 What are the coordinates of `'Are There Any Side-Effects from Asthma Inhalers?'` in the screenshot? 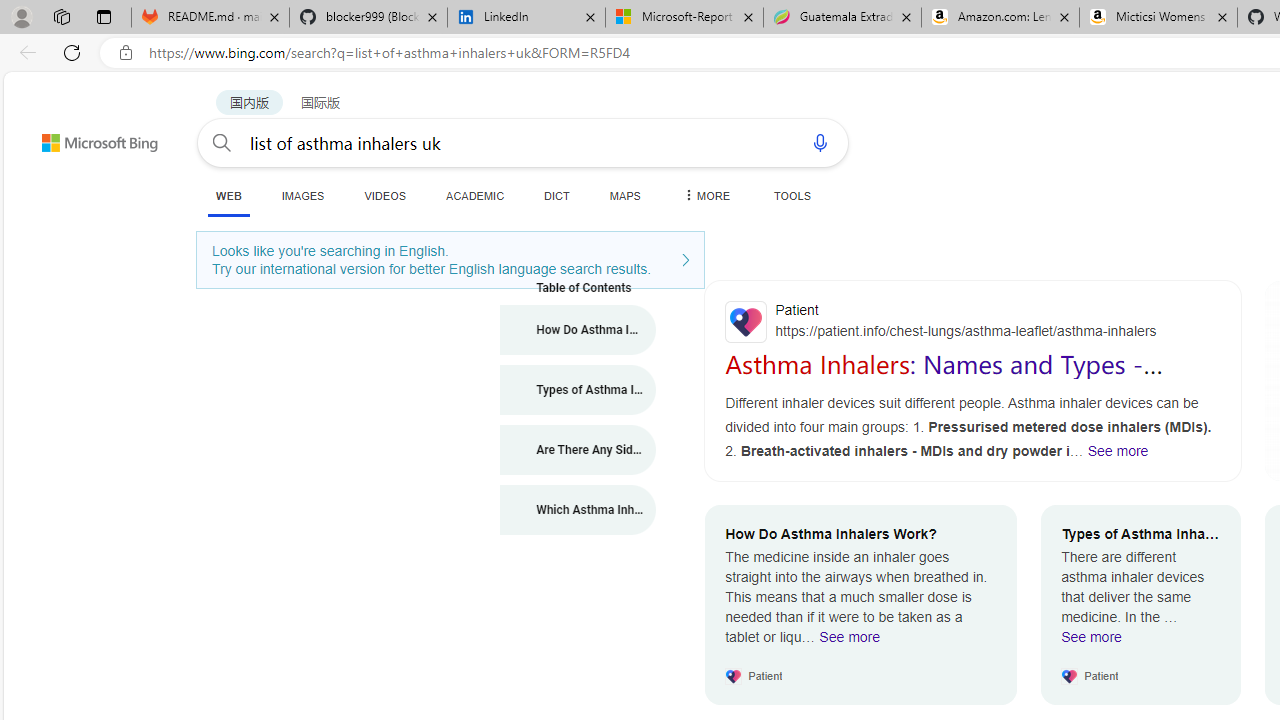 It's located at (577, 450).